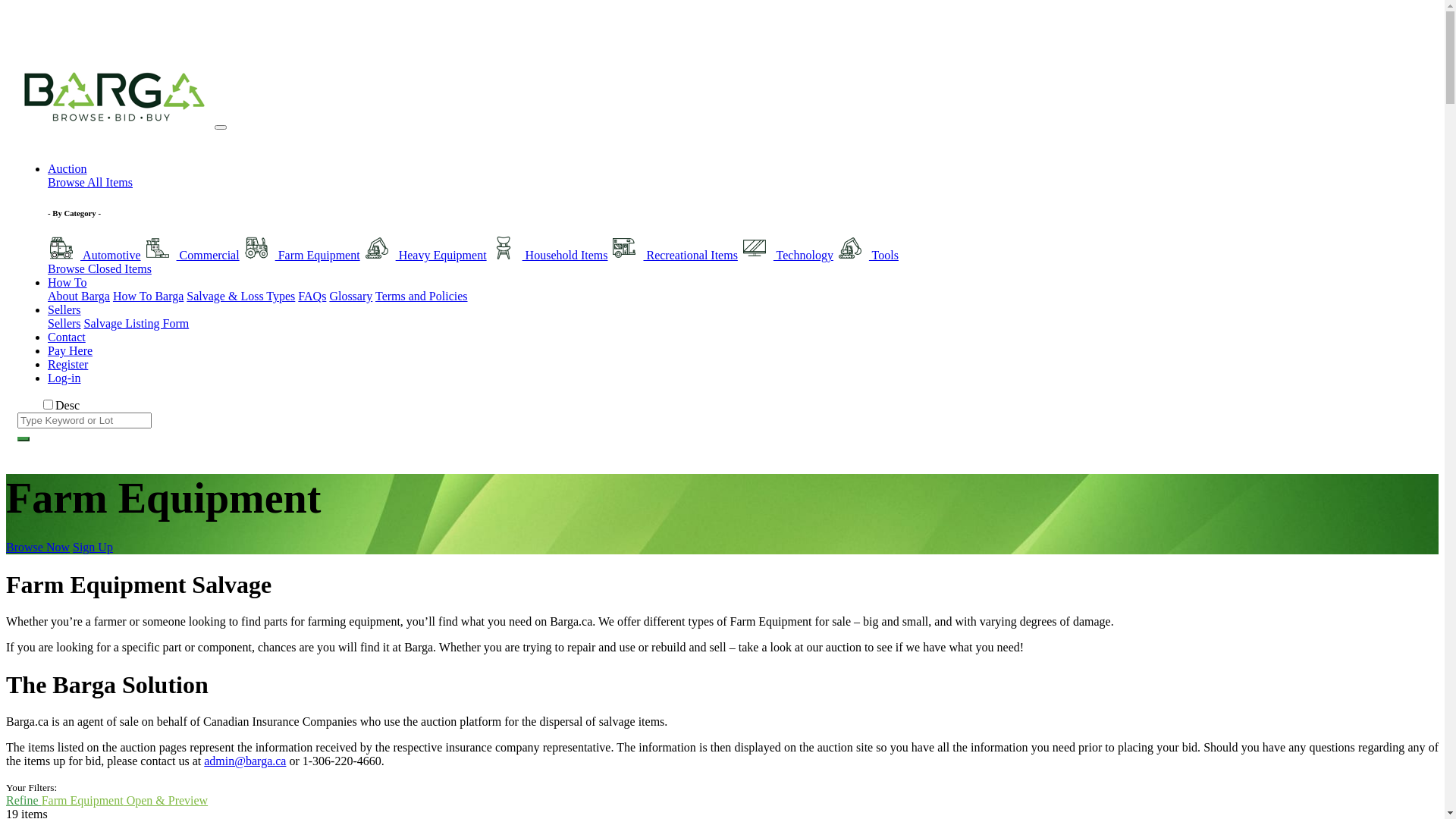 The width and height of the screenshot is (1456, 819). I want to click on 'How To Barga', so click(111, 296).